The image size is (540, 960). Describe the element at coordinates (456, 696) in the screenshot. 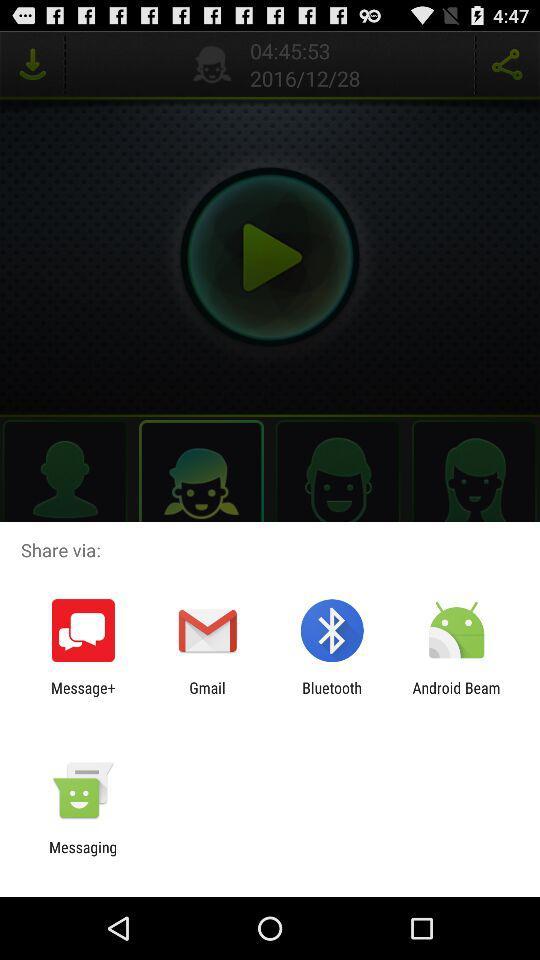

I see `the app at the bottom right corner` at that location.